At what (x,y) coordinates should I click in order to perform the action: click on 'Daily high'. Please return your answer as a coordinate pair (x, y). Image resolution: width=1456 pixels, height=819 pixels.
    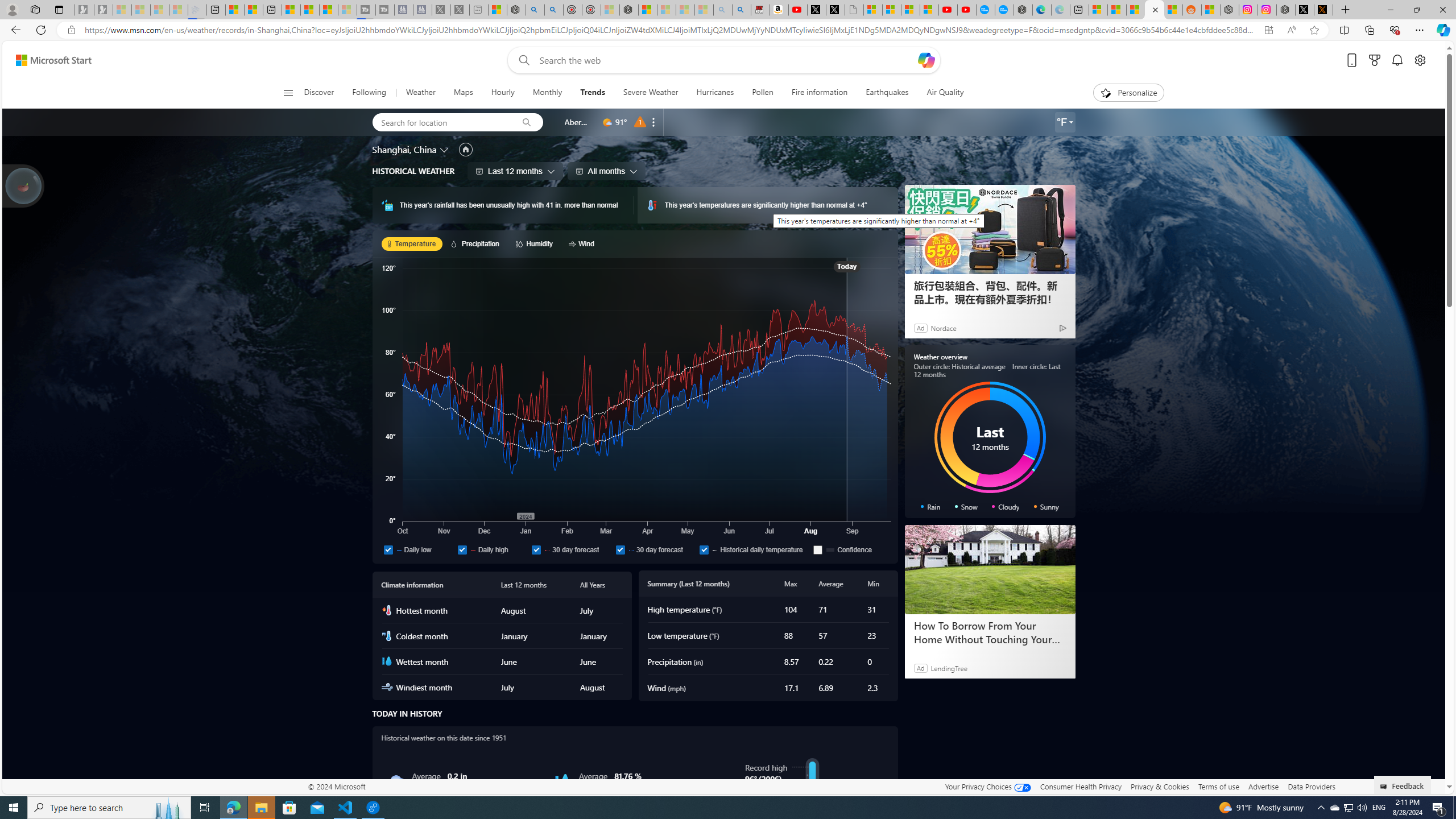
    Looking at the image, I should click on (491, 549).